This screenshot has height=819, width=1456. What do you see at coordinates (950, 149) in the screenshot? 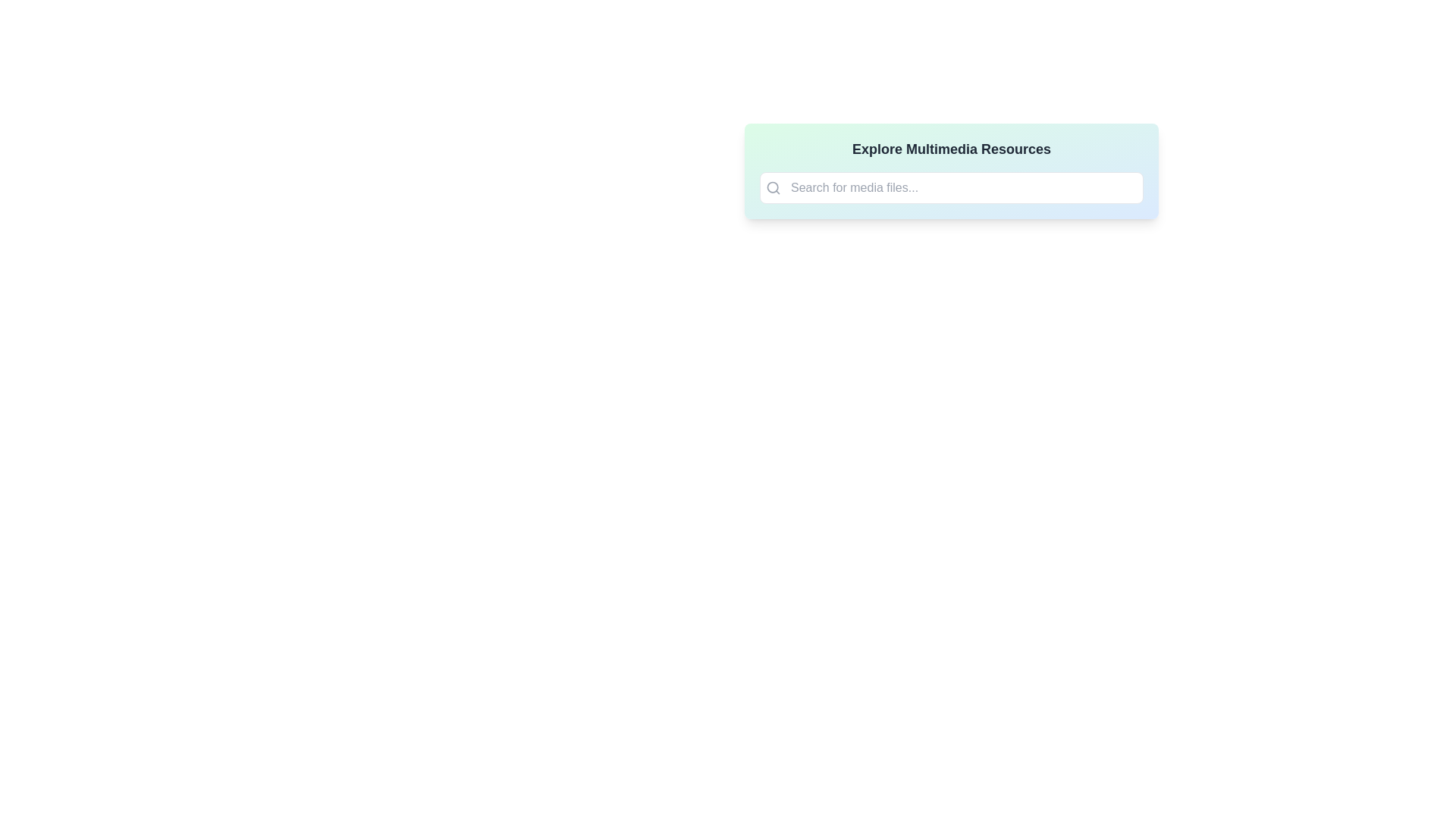
I see `the static text element with the heading 'Explore Multimedia Resources' which is styled in bold, large sans-serif font and dark gray color, positioned centrally above a search bar in a gradient-colored card` at bounding box center [950, 149].